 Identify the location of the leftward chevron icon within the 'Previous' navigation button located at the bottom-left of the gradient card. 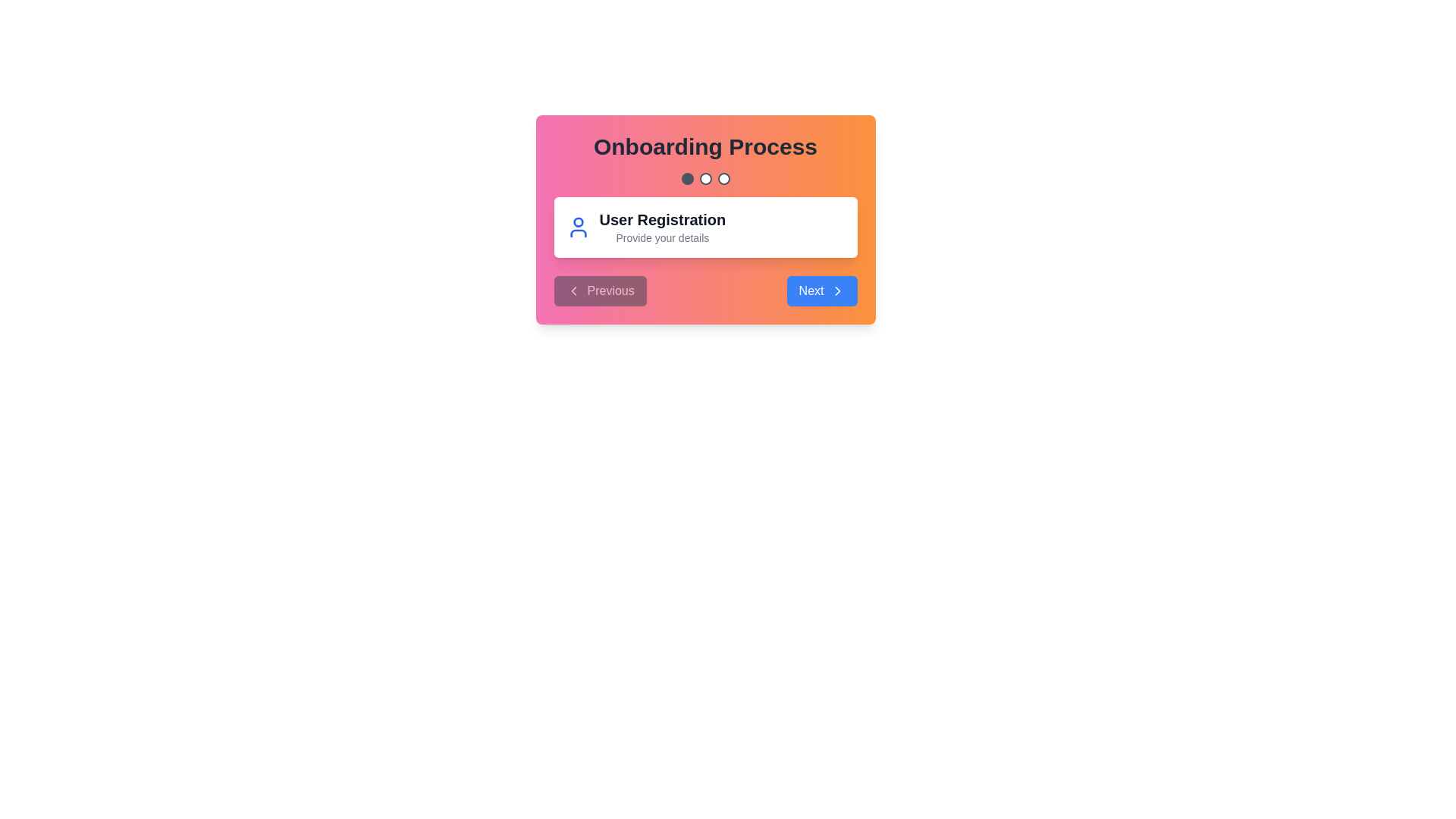
(573, 291).